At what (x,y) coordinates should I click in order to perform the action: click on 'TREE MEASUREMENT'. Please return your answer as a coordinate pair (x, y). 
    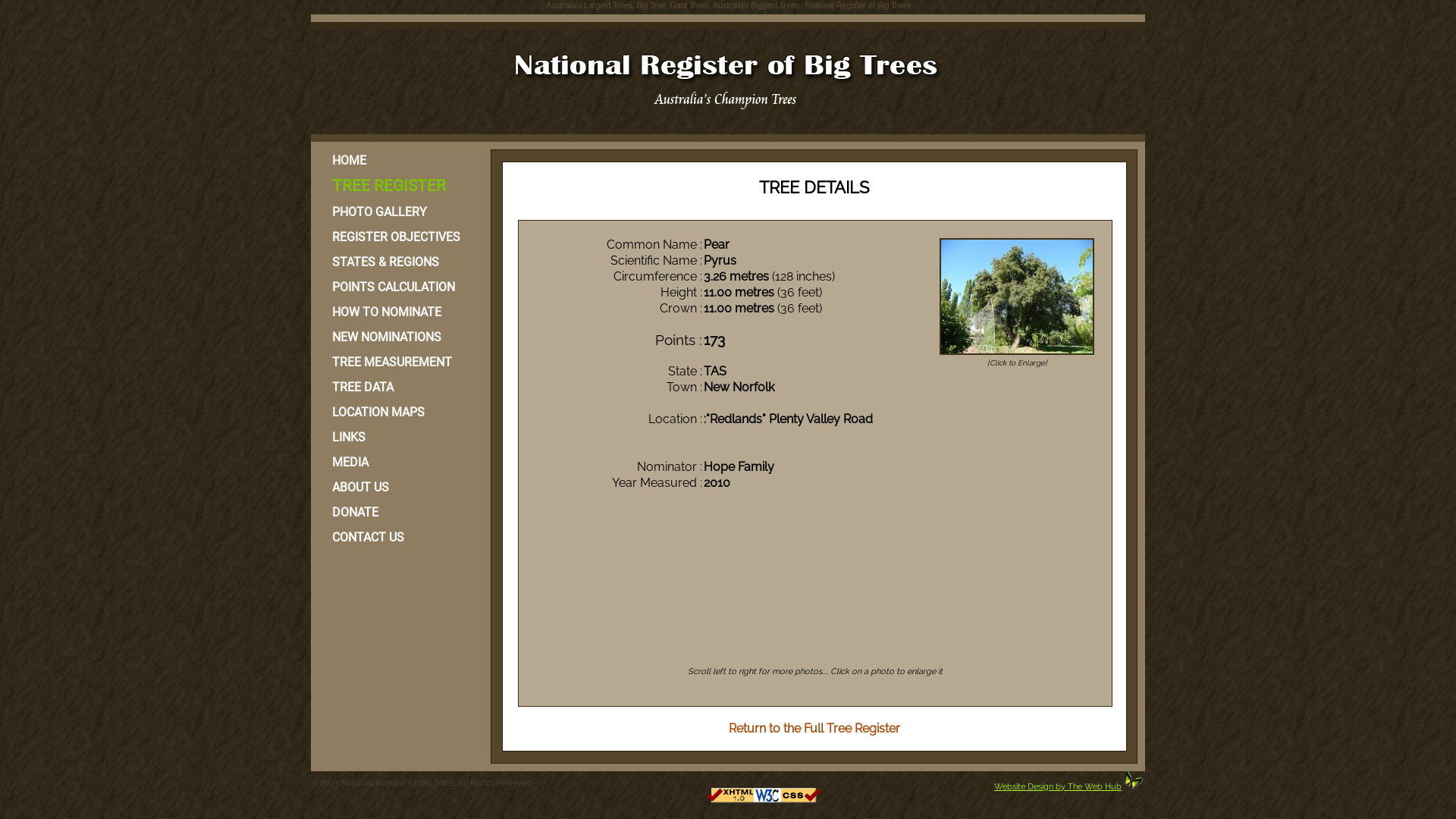
    Looking at the image, I should click on (399, 362).